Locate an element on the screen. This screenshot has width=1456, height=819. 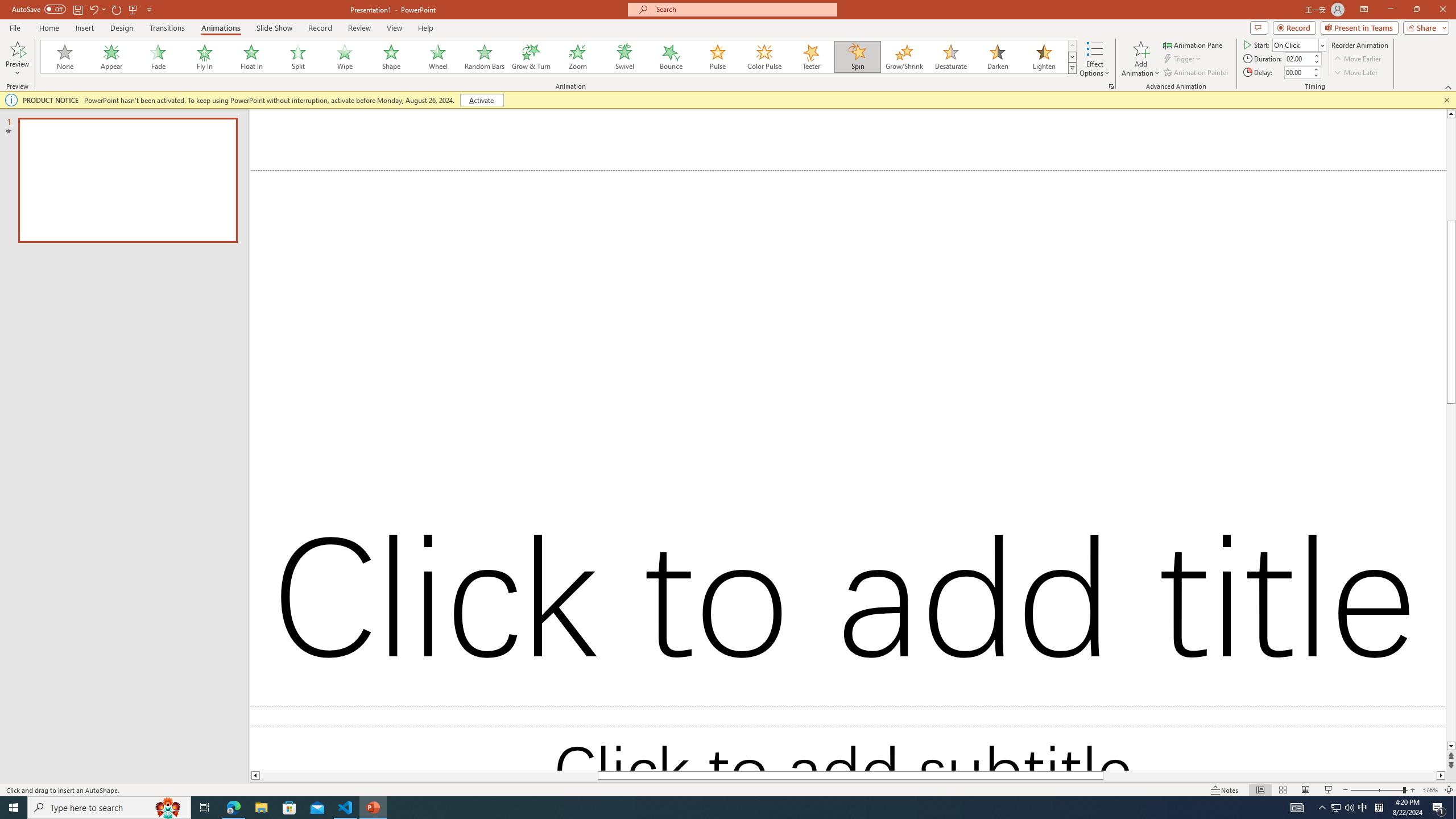
'Grow & Turn' is located at coordinates (531, 56).